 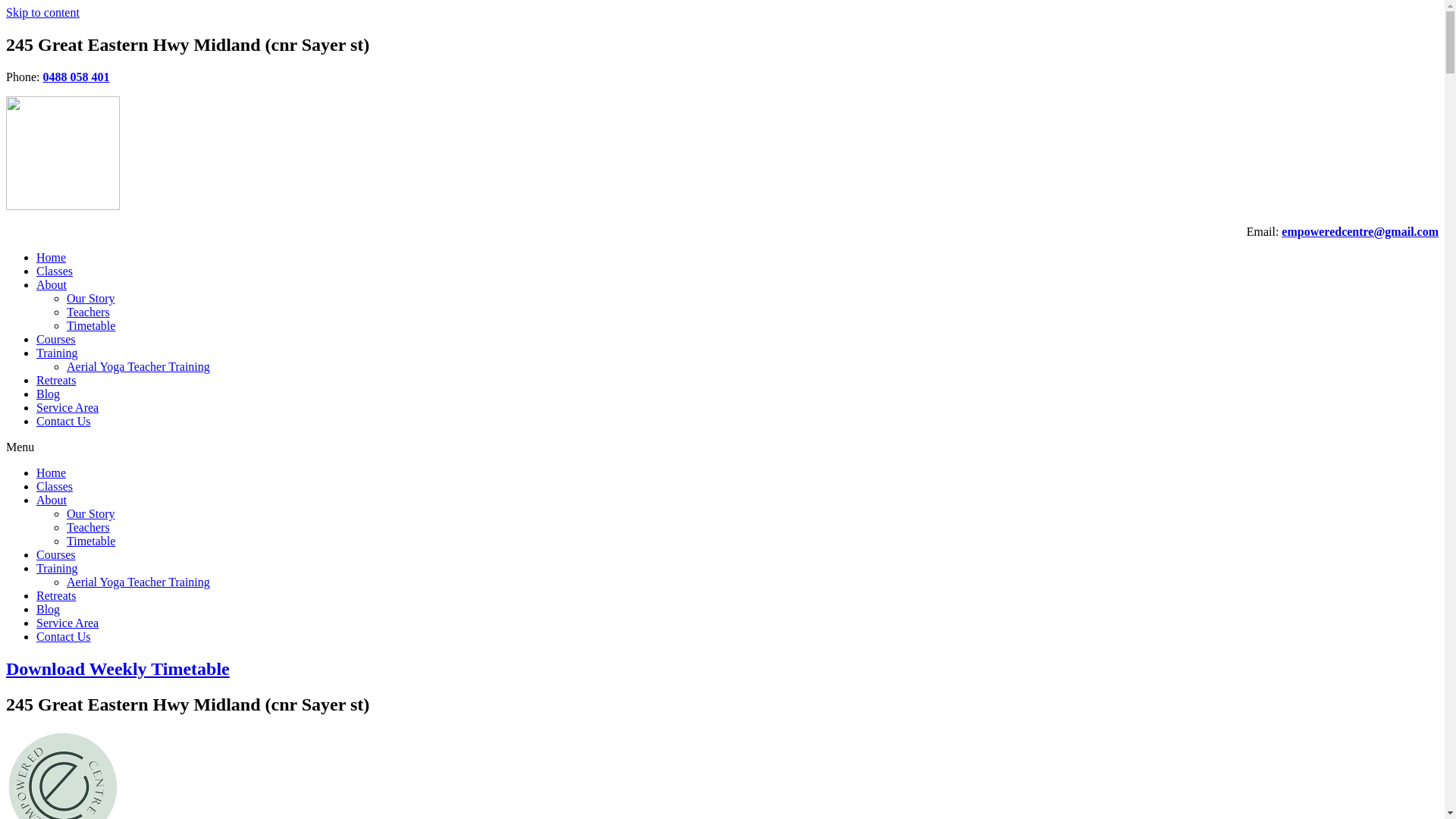 What do you see at coordinates (62, 636) in the screenshot?
I see `'Contact Us'` at bounding box center [62, 636].